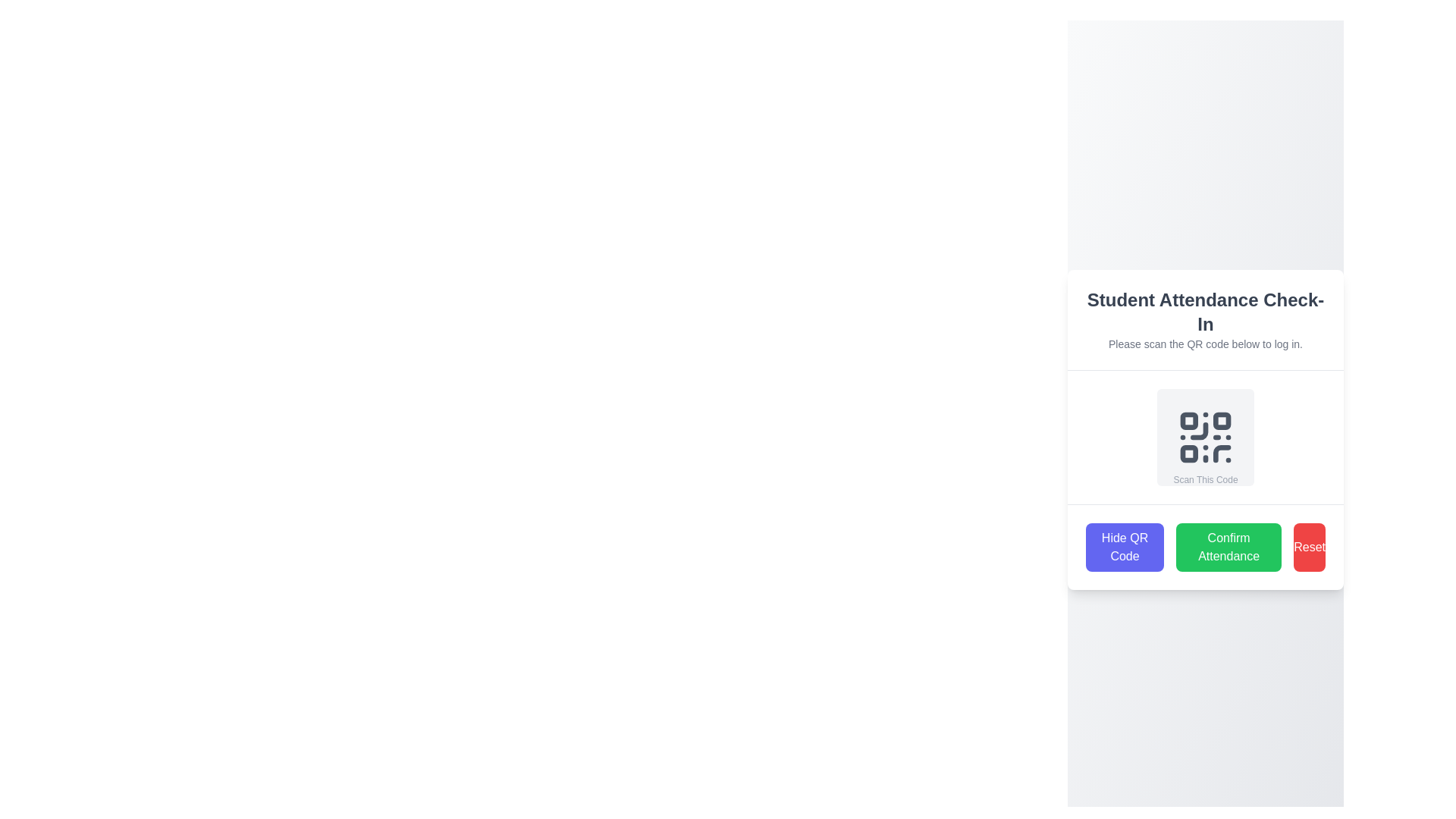 The image size is (1456, 819). I want to click on the middle button in the row of three buttons to confirm attendance in the system, so click(1204, 547).